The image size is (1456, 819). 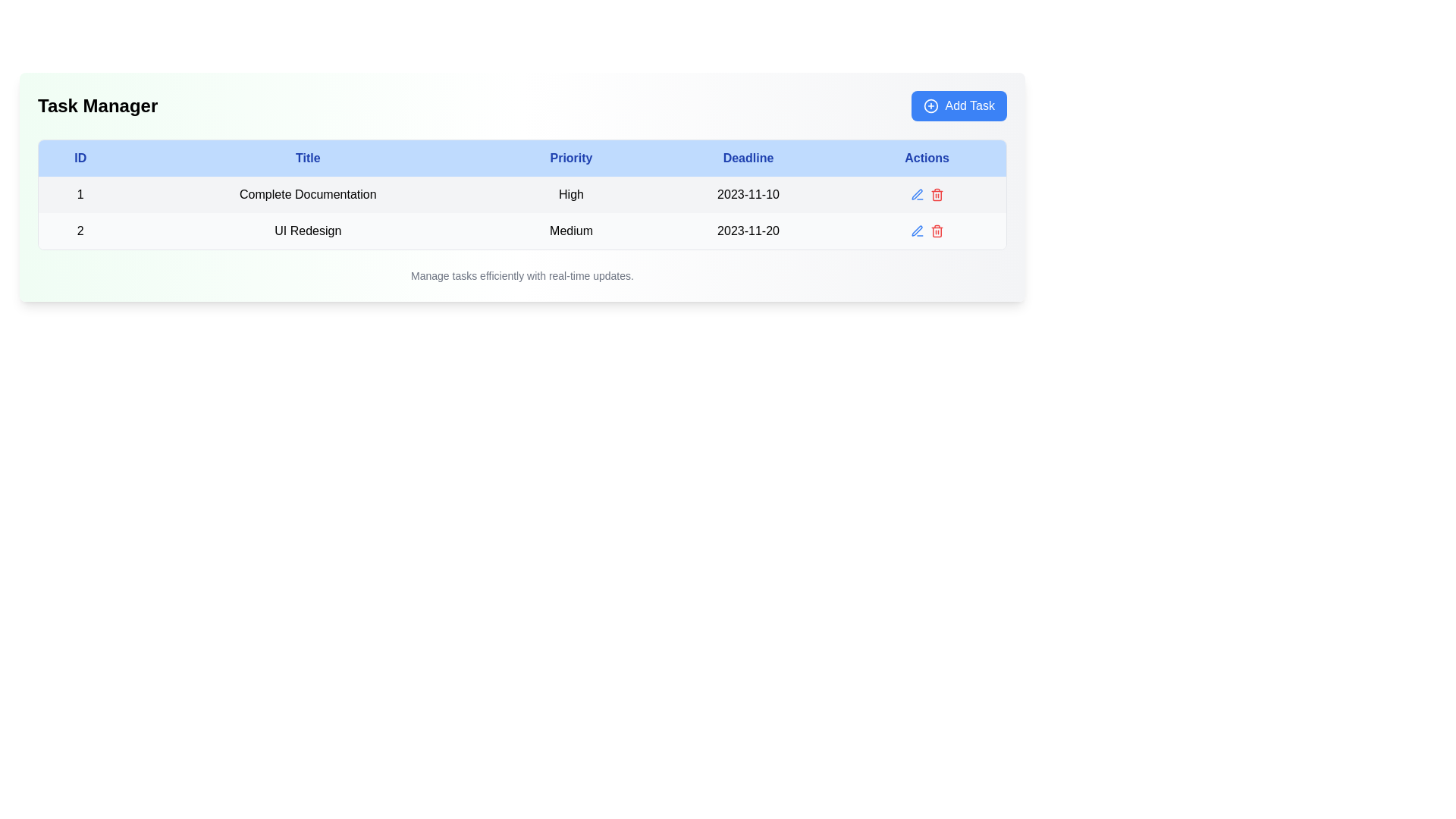 What do you see at coordinates (307, 158) in the screenshot?
I see `the 'Title' header text label in the table, which is the second cell in the header row, located between the 'ID' and 'Priority' cells` at bounding box center [307, 158].